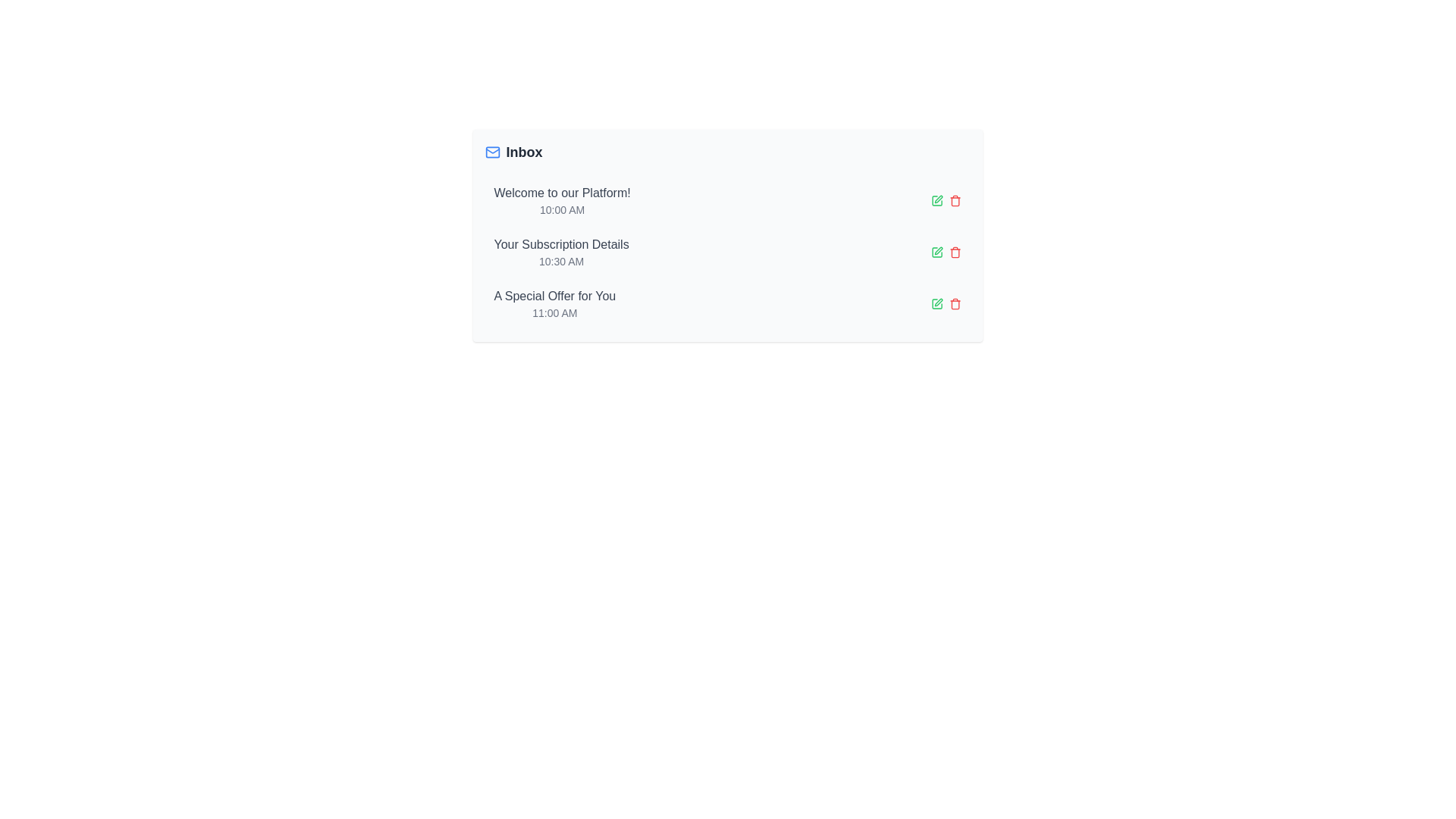 The height and width of the screenshot is (819, 1456). What do you see at coordinates (936, 251) in the screenshot?
I see `the edit icon button located in the second row of the list, immediately to the left of the red trash icon` at bounding box center [936, 251].